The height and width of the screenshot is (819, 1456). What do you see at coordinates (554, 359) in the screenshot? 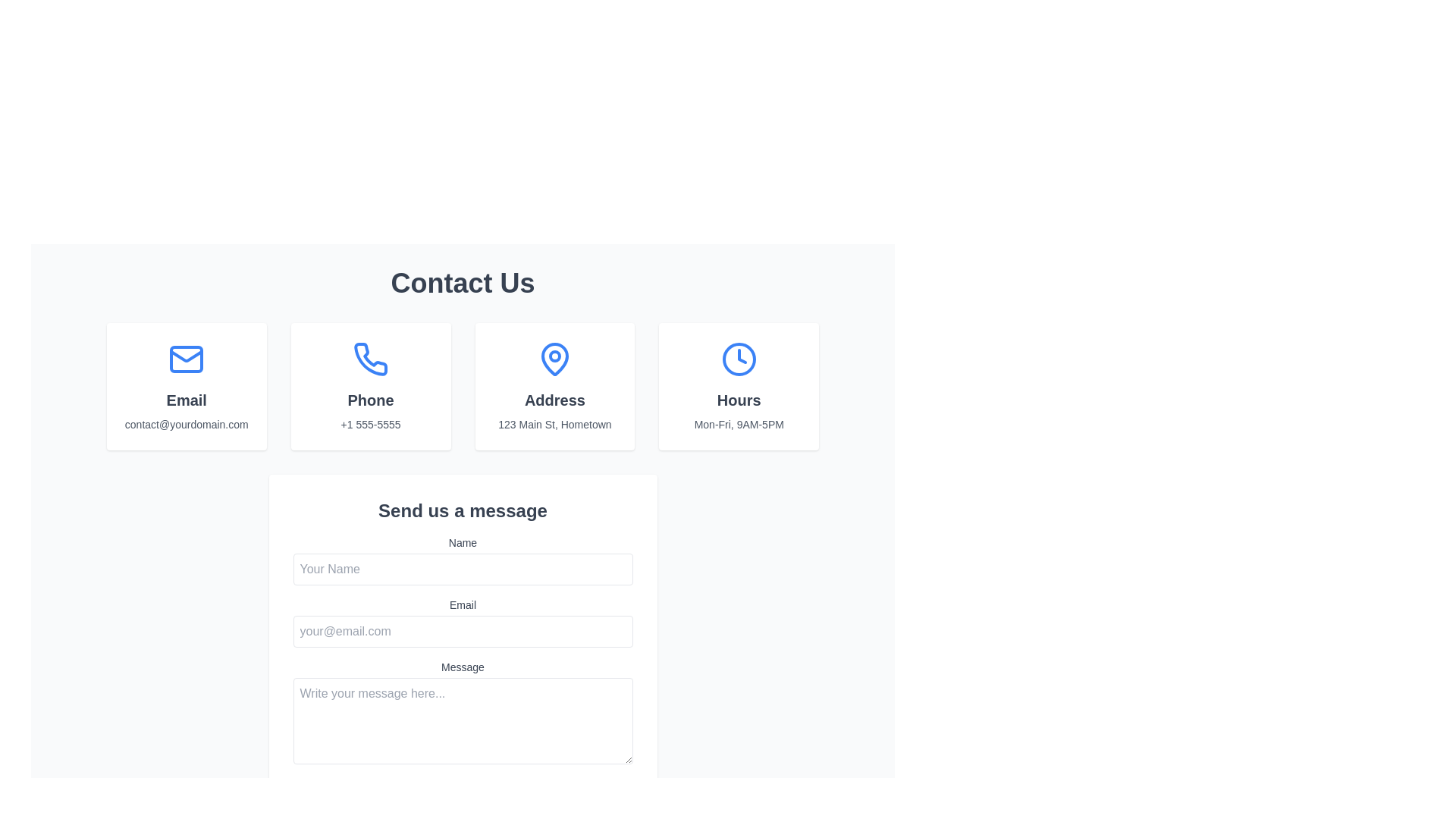
I see `the blue pin-shaped icon located in the 'Address' card, which is the third card under the 'Contact Us' heading` at bounding box center [554, 359].